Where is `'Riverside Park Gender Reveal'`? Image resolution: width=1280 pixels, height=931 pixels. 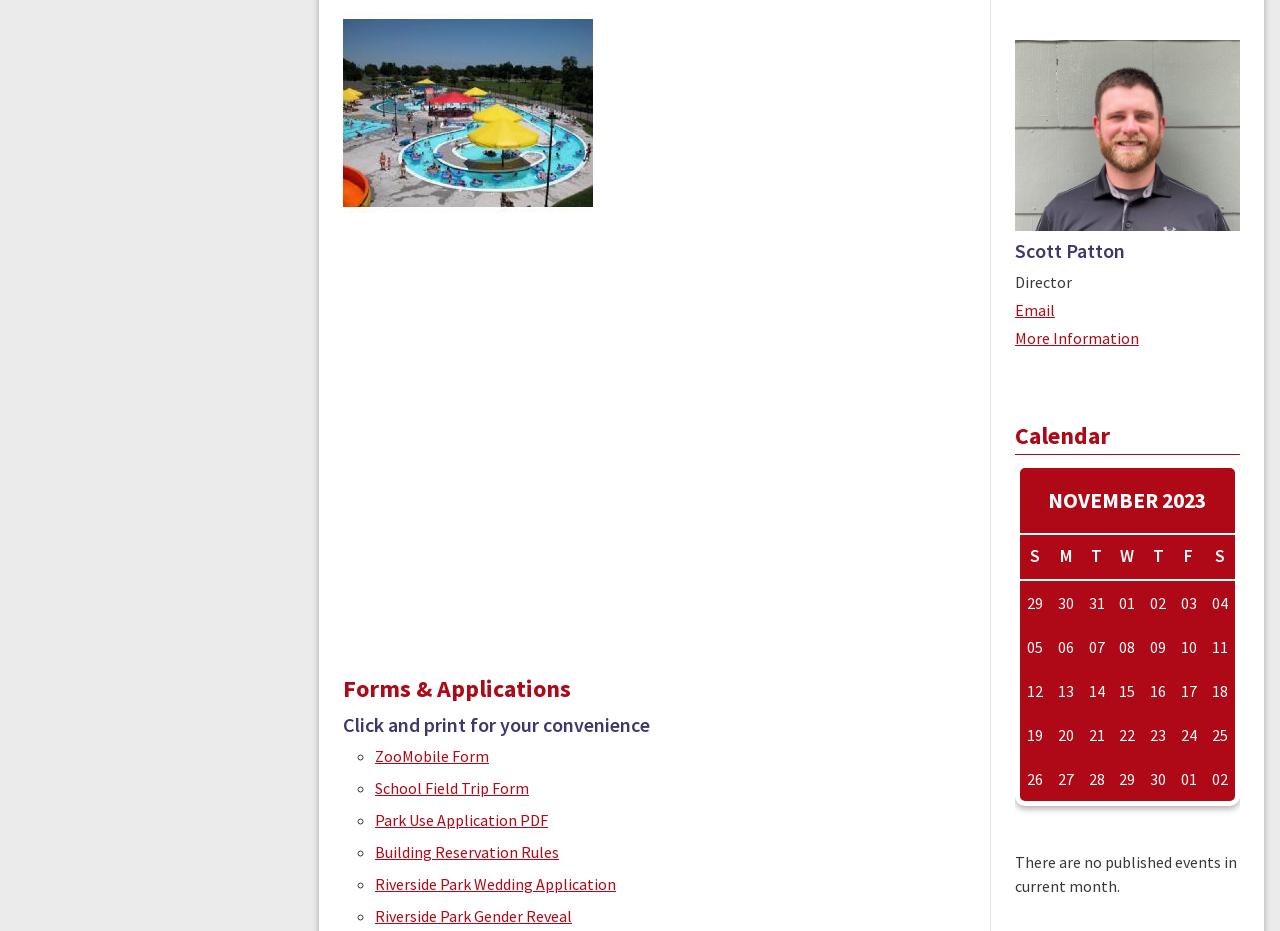
'Riverside Park Gender Reveal' is located at coordinates (472, 916).